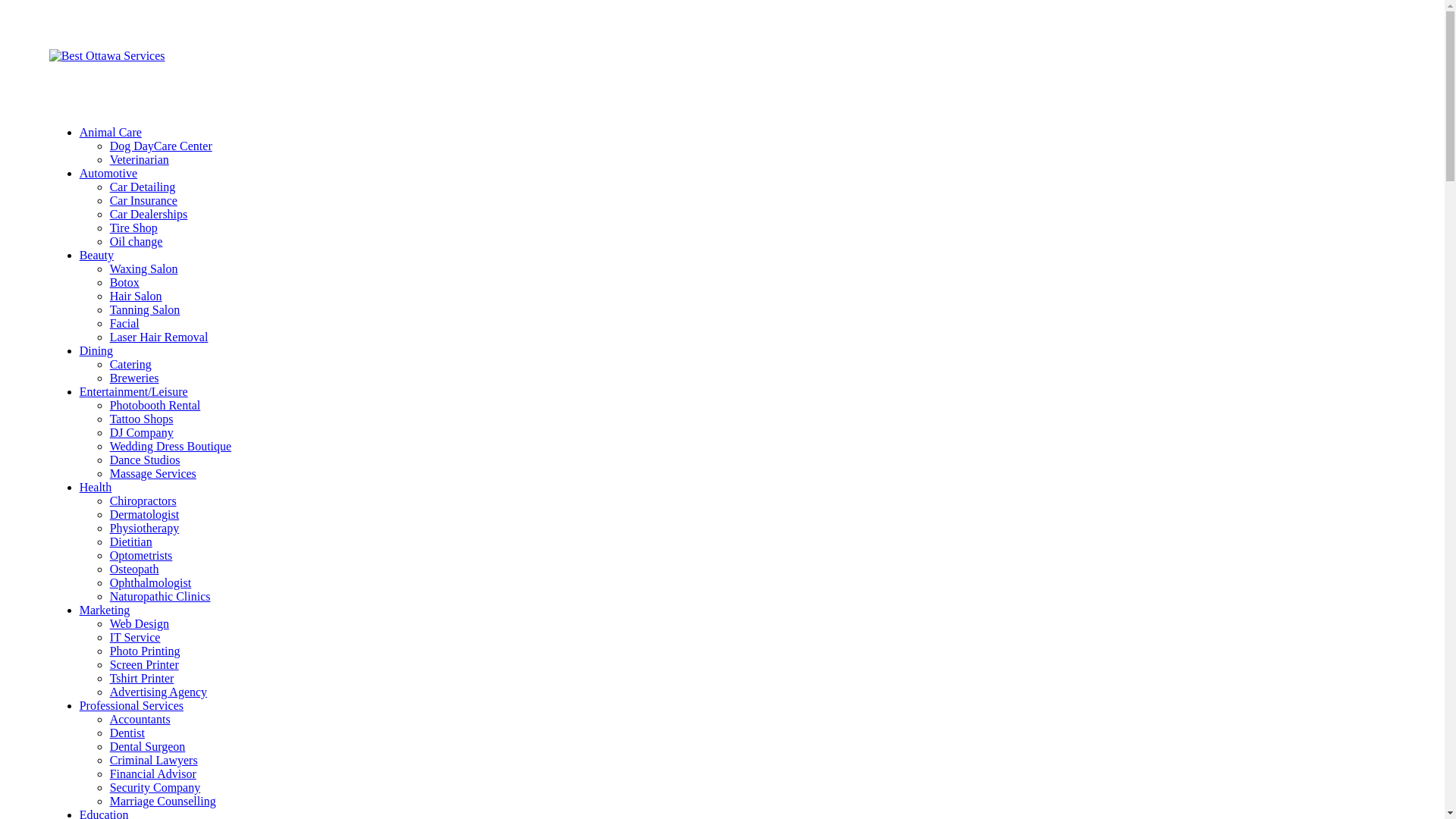 The width and height of the screenshot is (1456, 819). What do you see at coordinates (131, 705) in the screenshot?
I see `'Professional Services'` at bounding box center [131, 705].